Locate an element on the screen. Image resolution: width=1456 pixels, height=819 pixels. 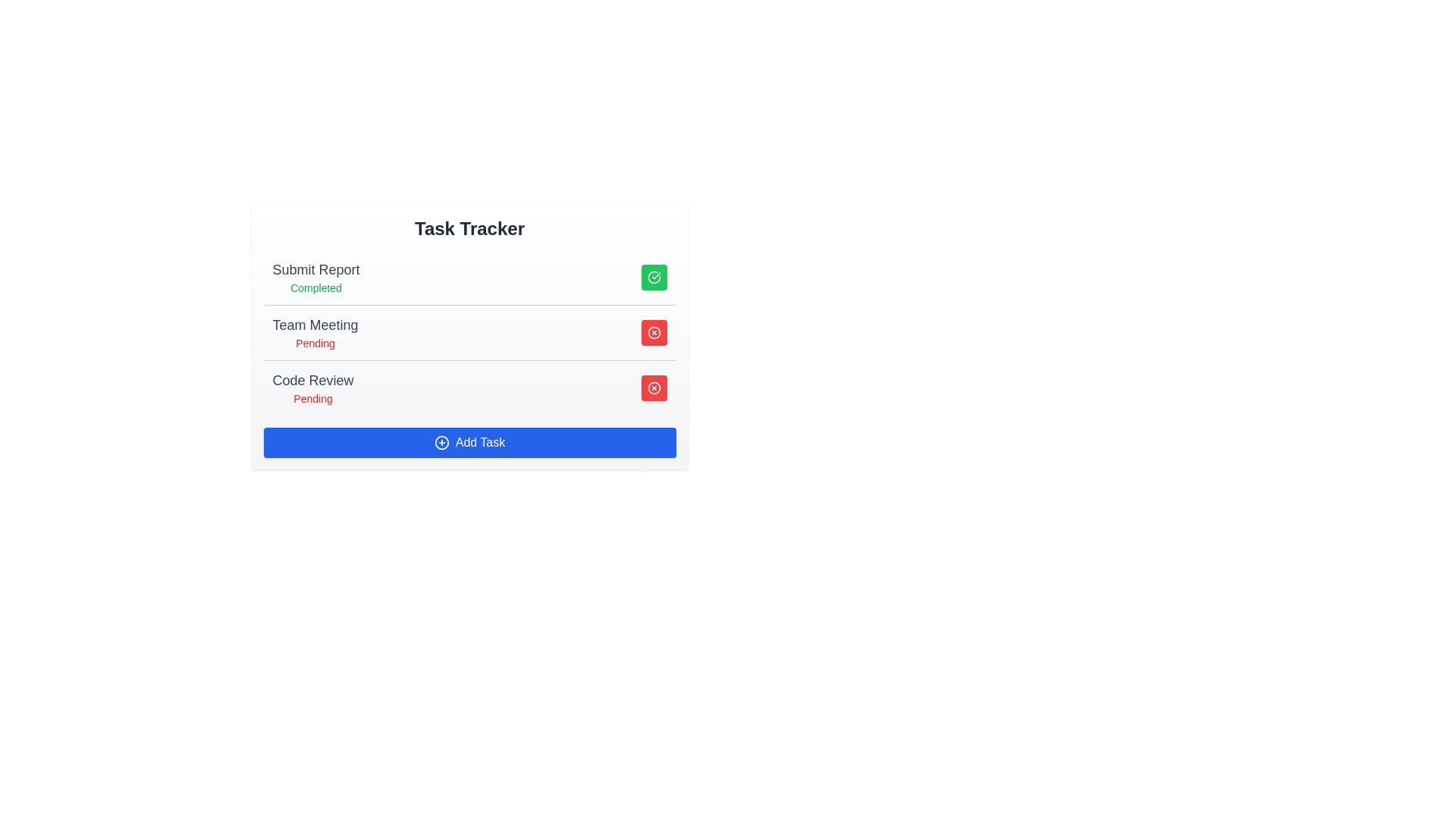
task details of the second task entry titled 'Team Meeting' with a status of 'Pending' in the task tracker list is located at coordinates (469, 331).